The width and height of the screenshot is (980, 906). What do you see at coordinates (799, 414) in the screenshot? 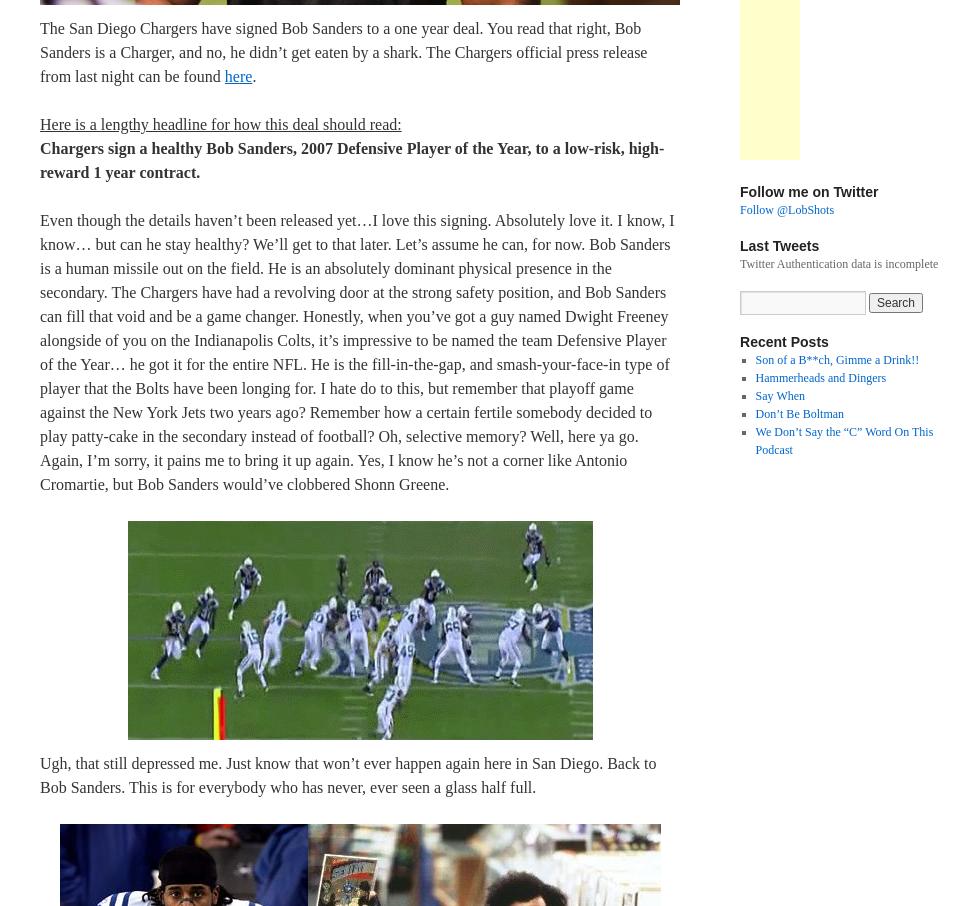
I see `'Don’t Be Boltman'` at bounding box center [799, 414].